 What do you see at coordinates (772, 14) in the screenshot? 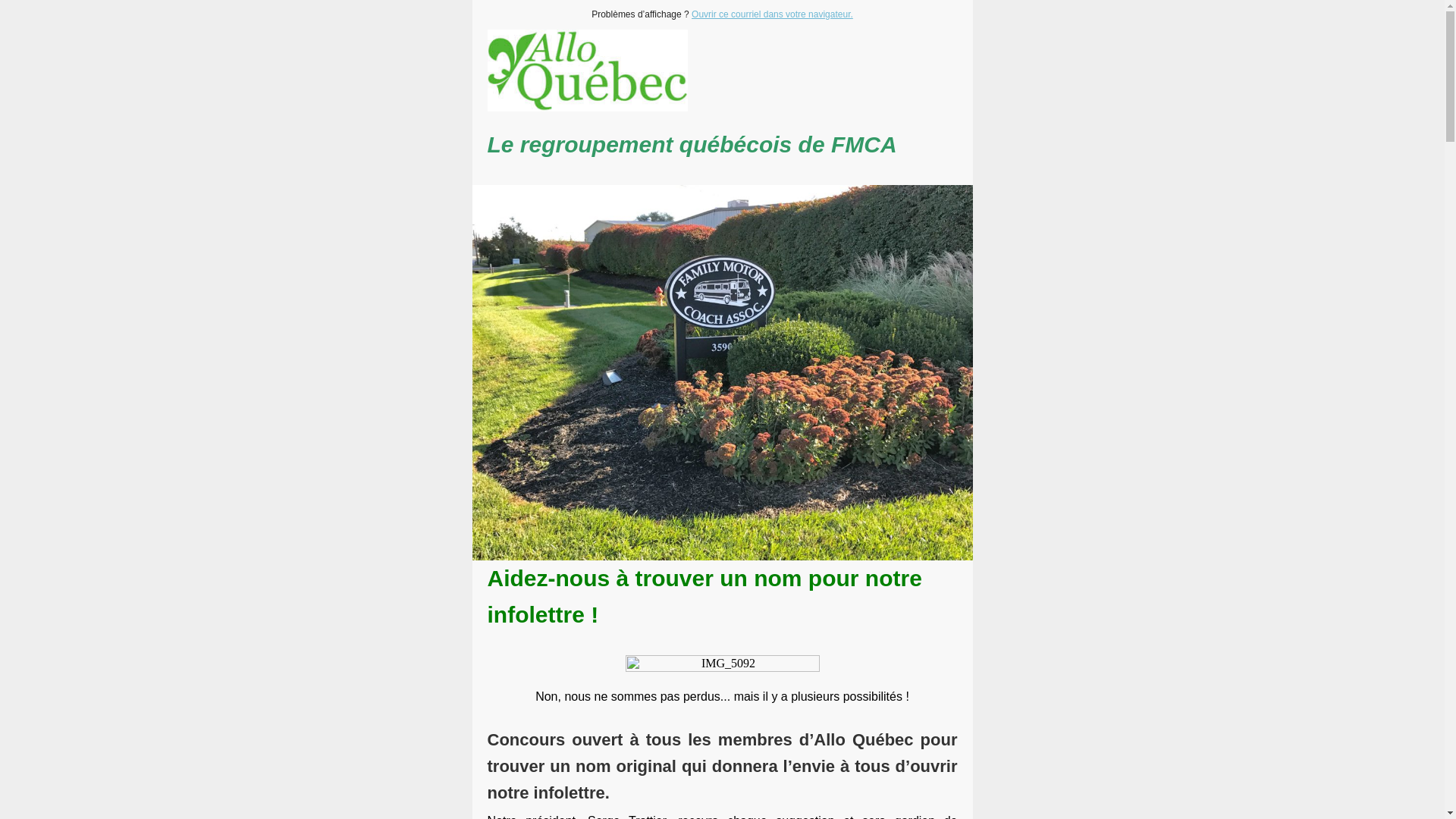
I see `'Ouvrir ce courriel dans votre navigateur.'` at bounding box center [772, 14].